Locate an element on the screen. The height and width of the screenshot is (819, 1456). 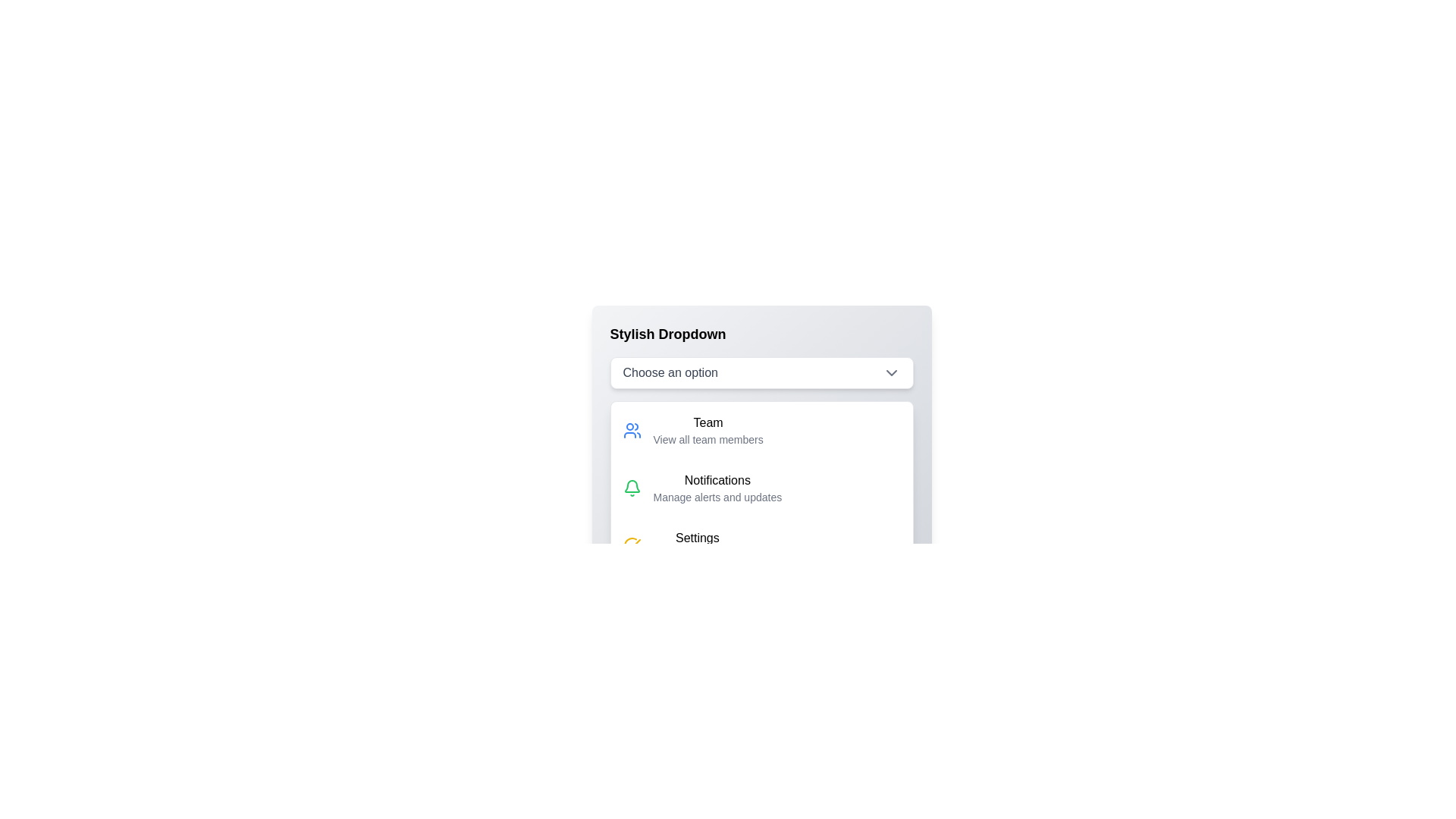
the 'Notifications' text label which is displayed in bold next to a green bell icon is located at coordinates (717, 488).